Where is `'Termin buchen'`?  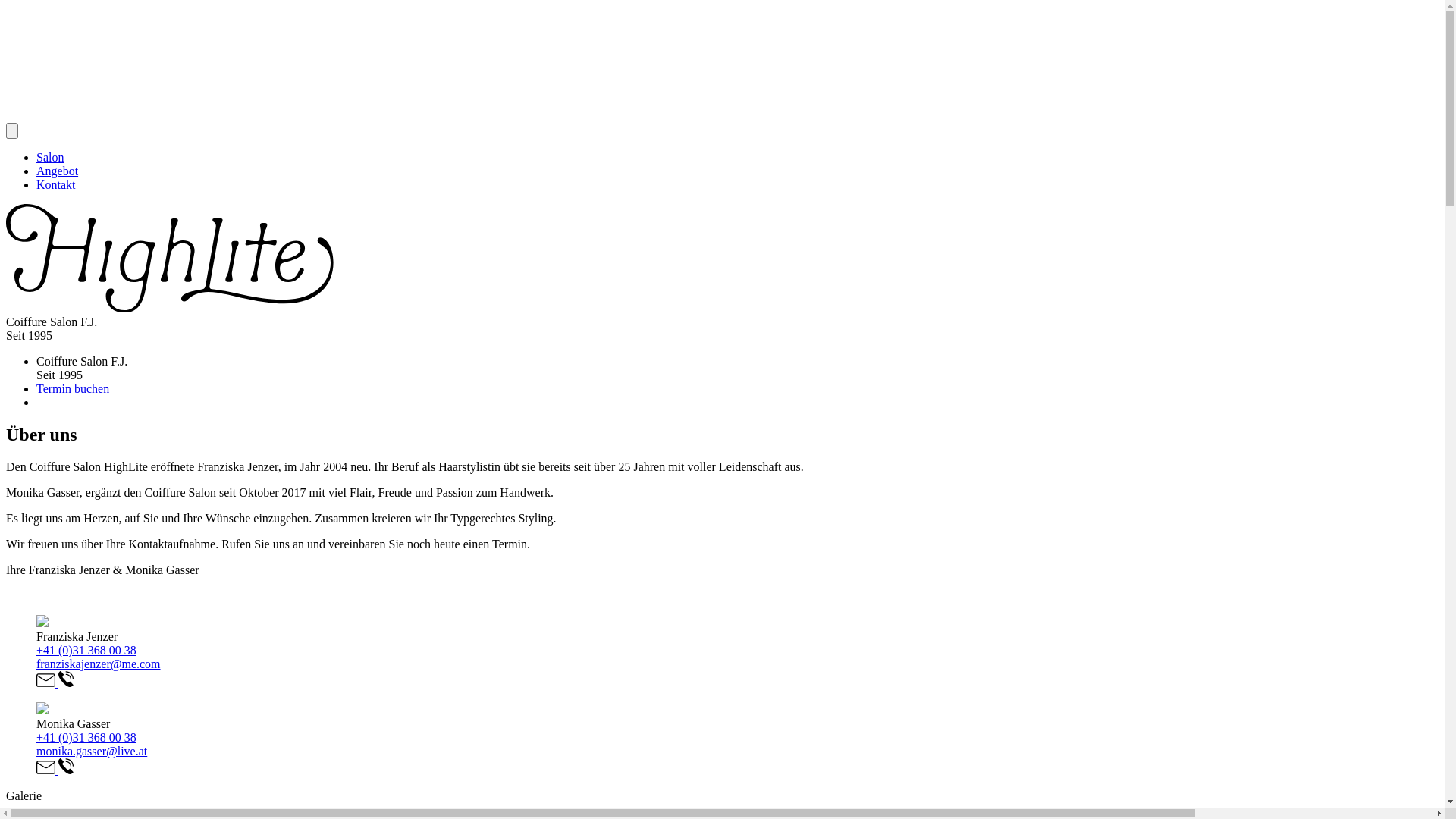 'Termin buchen' is located at coordinates (72, 388).